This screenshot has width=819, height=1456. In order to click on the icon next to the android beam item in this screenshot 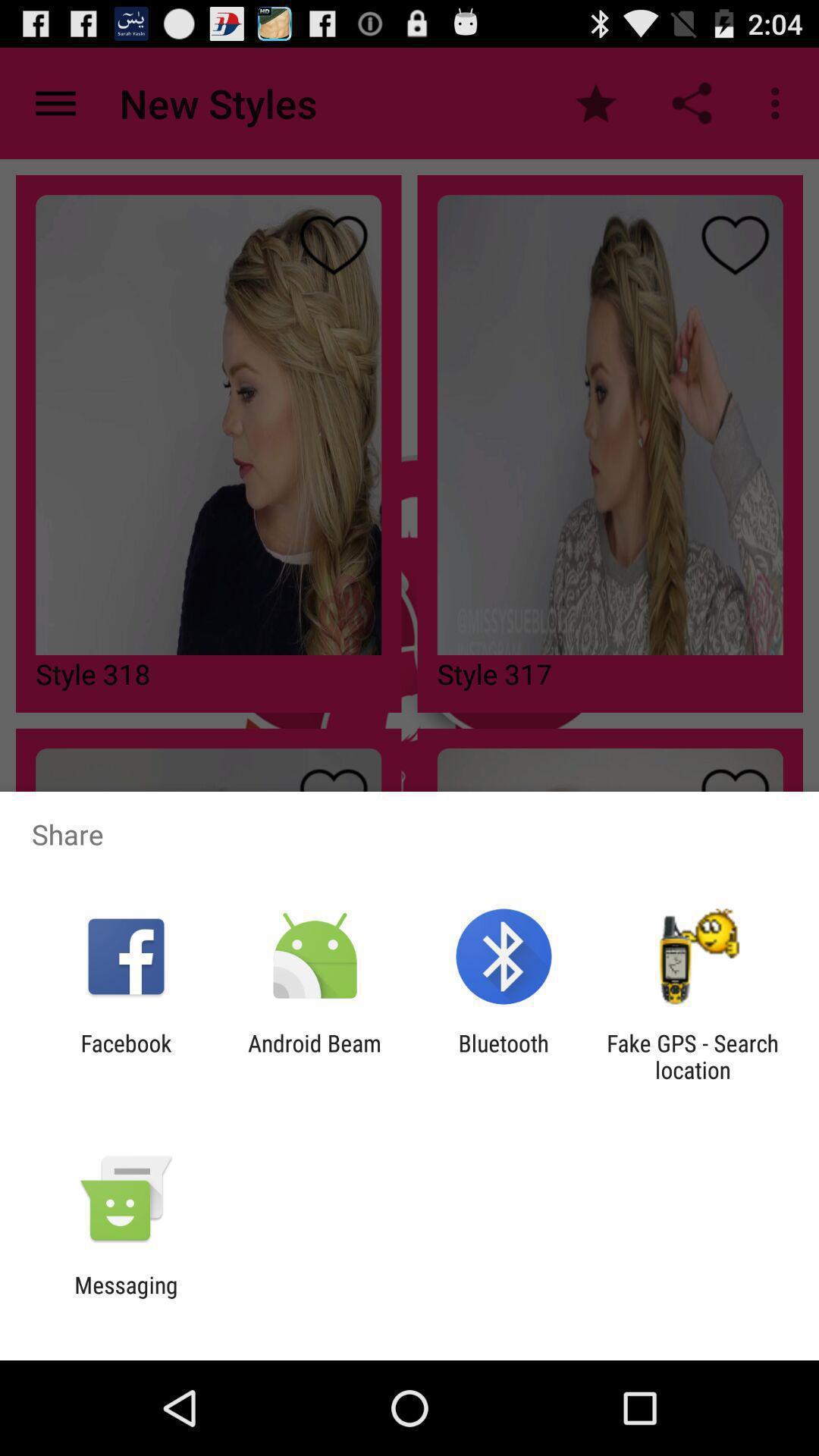, I will do `click(125, 1056)`.